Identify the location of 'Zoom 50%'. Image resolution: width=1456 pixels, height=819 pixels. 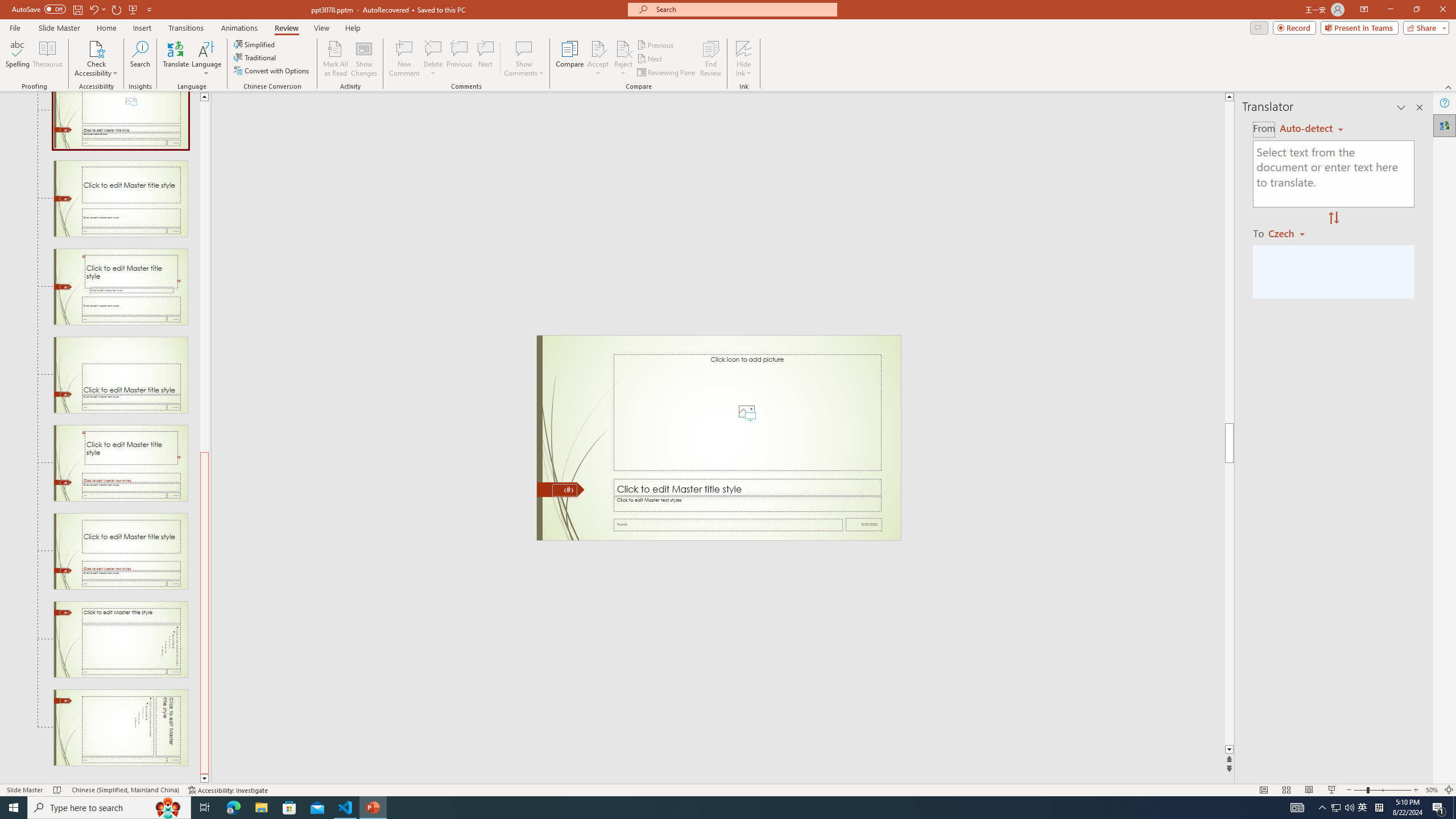
(1431, 790).